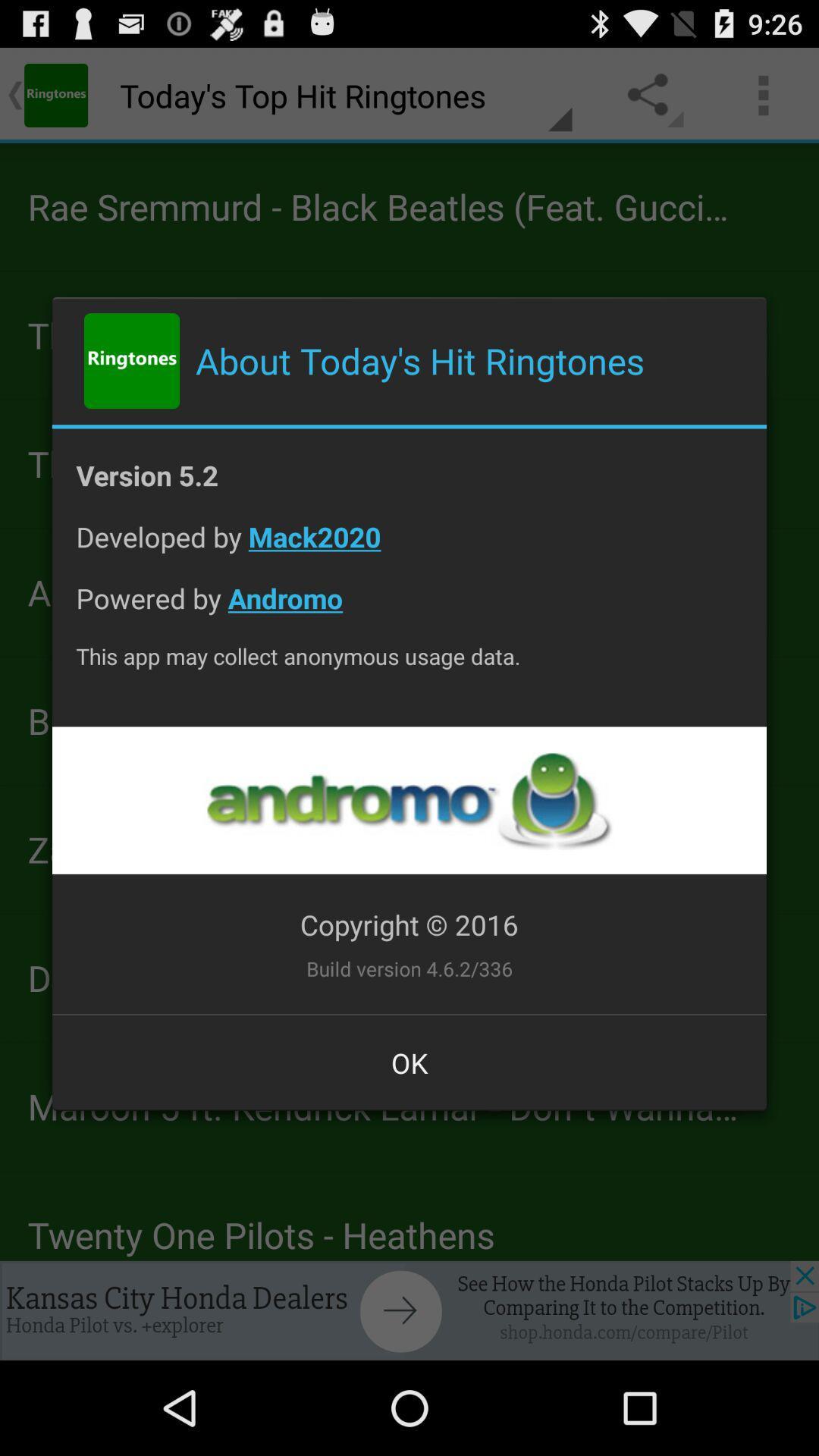 The width and height of the screenshot is (819, 1456). I want to click on app below this app may item, so click(408, 799).